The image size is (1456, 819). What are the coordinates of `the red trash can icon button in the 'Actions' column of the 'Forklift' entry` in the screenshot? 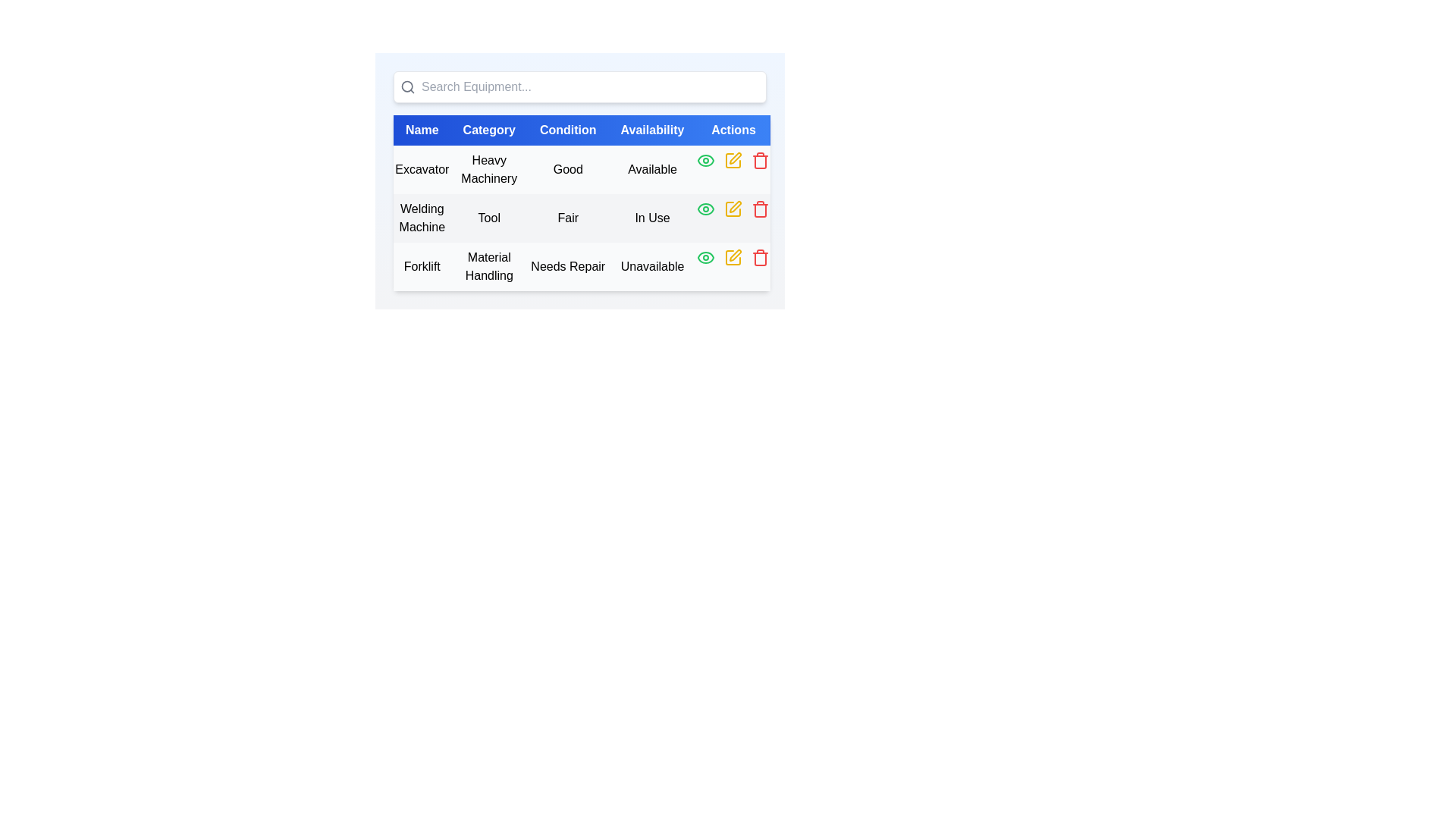 It's located at (761, 256).